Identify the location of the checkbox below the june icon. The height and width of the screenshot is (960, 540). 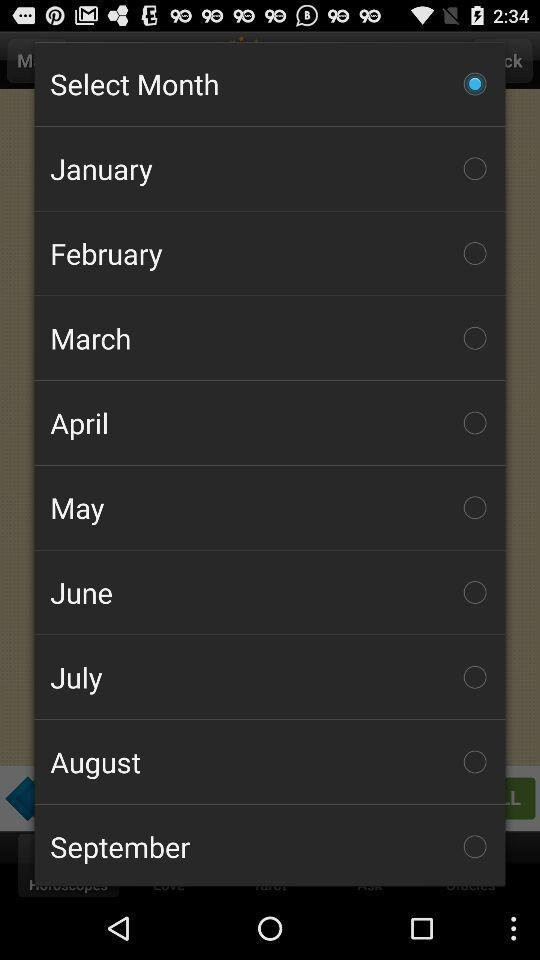
(270, 677).